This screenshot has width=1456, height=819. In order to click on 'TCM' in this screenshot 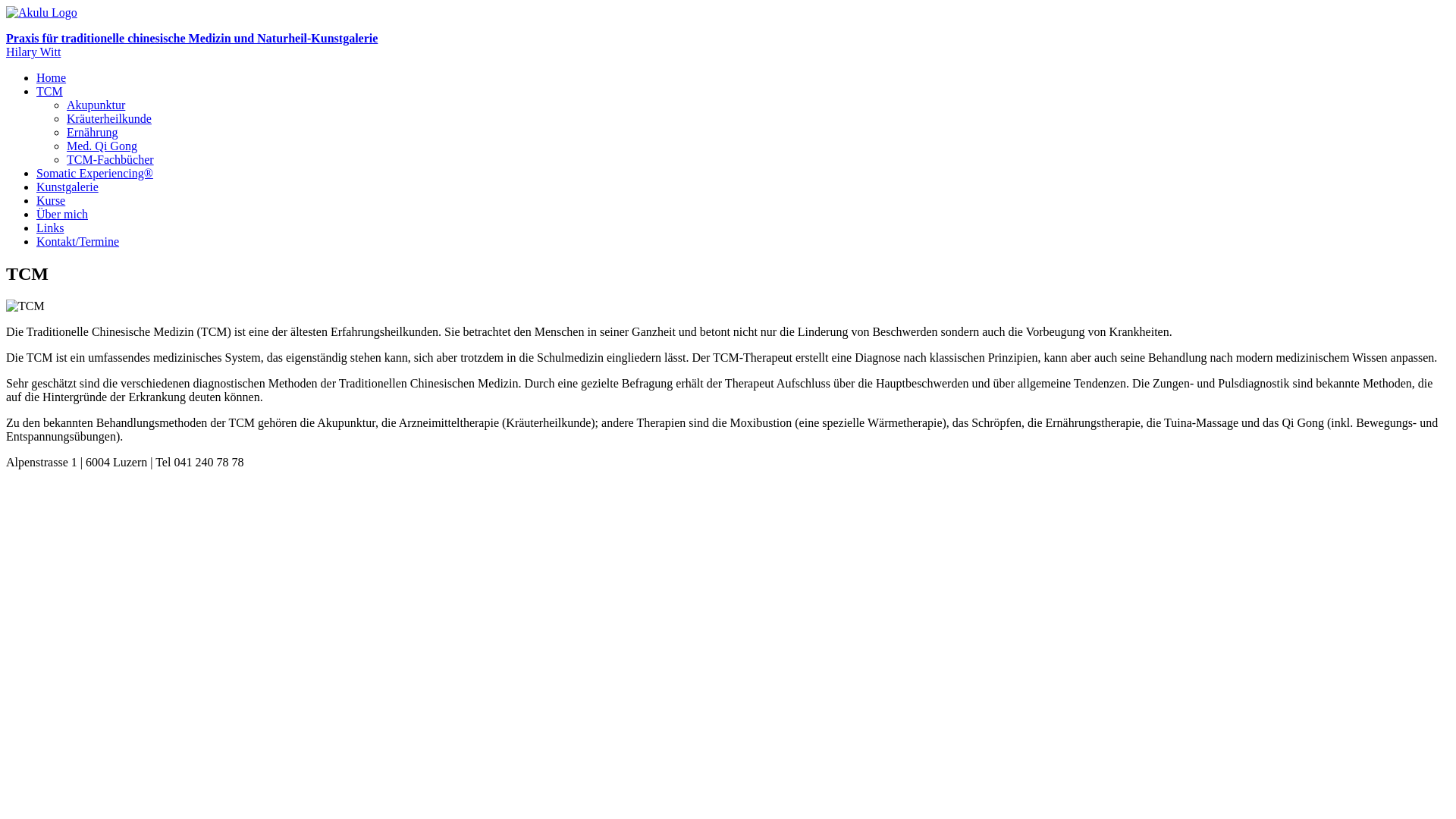, I will do `click(49, 91)`.